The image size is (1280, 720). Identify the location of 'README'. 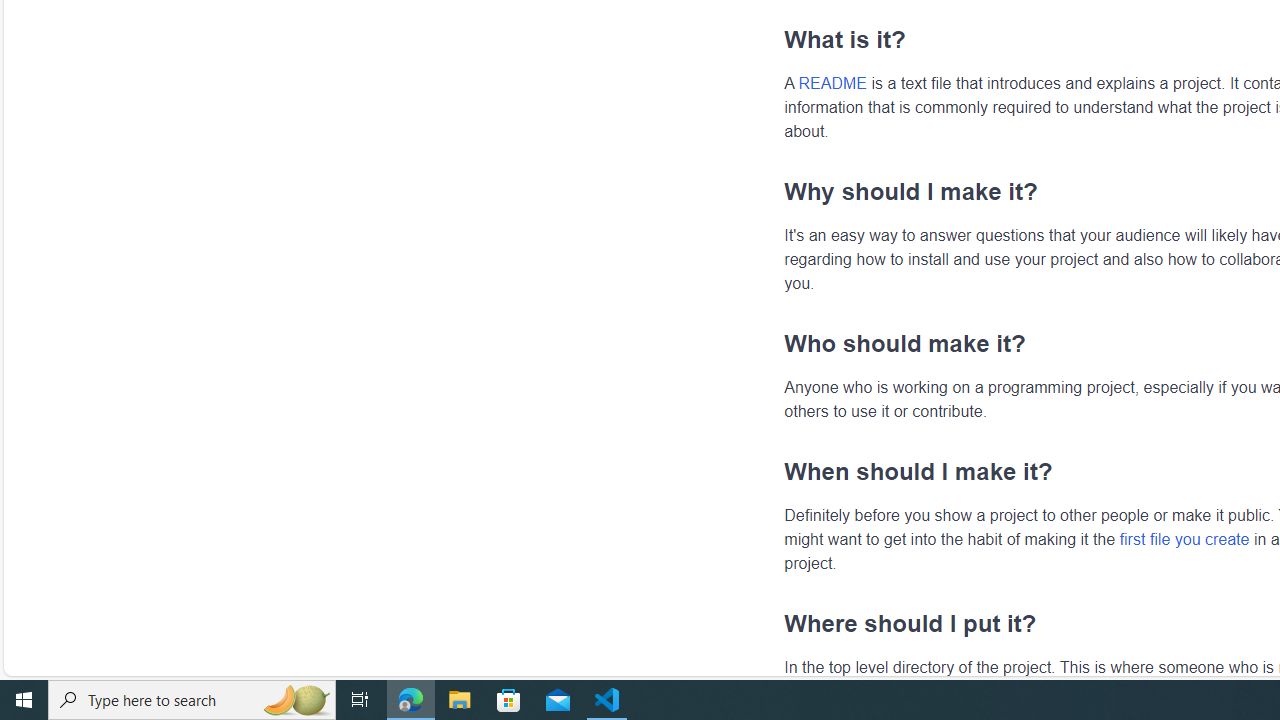
(832, 82).